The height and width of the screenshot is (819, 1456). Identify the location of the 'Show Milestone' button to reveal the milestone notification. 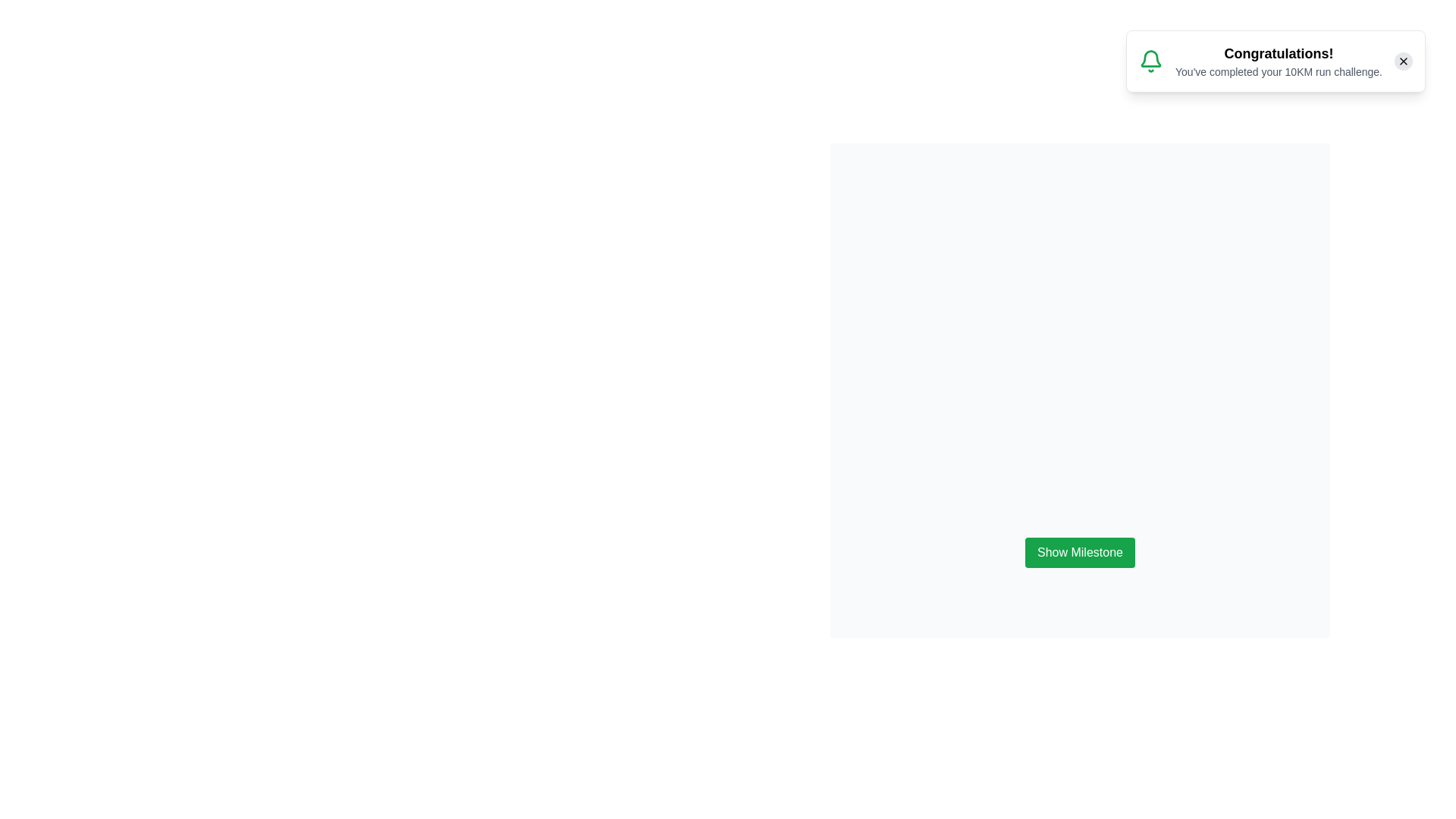
(1079, 553).